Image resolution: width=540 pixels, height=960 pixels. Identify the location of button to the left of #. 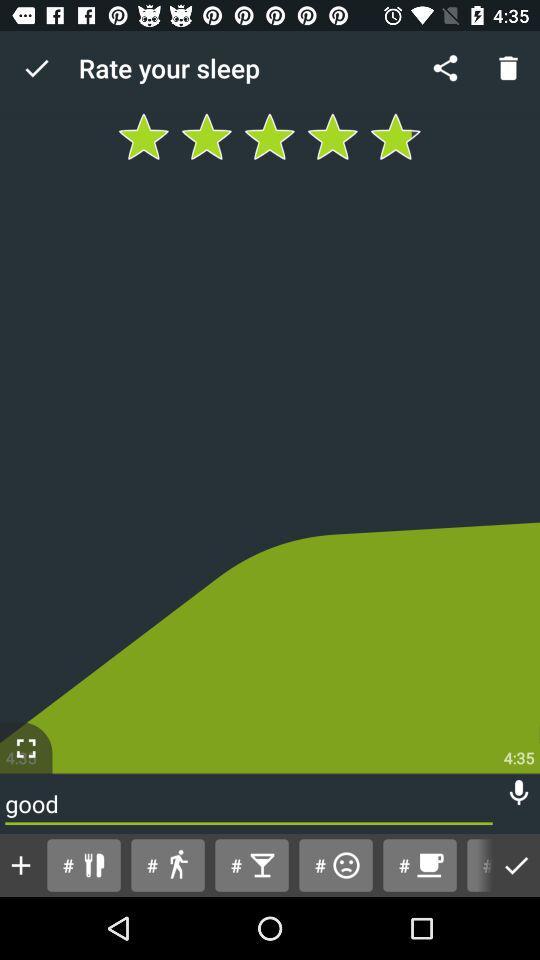
(20, 864).